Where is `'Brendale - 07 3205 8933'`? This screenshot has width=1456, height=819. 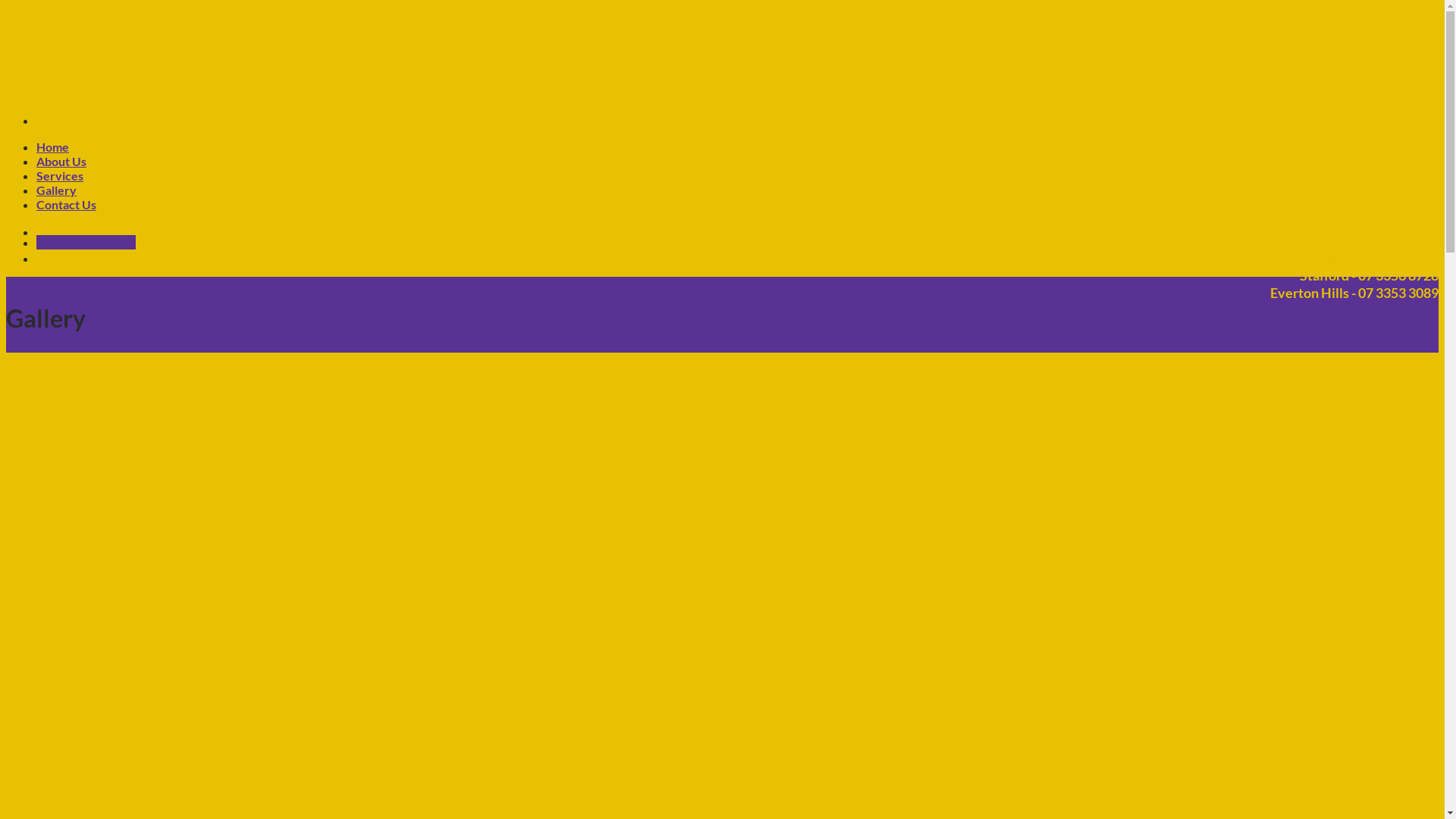 'Brendale - 07 3205 8933' is located at coordinates (1355, 257).